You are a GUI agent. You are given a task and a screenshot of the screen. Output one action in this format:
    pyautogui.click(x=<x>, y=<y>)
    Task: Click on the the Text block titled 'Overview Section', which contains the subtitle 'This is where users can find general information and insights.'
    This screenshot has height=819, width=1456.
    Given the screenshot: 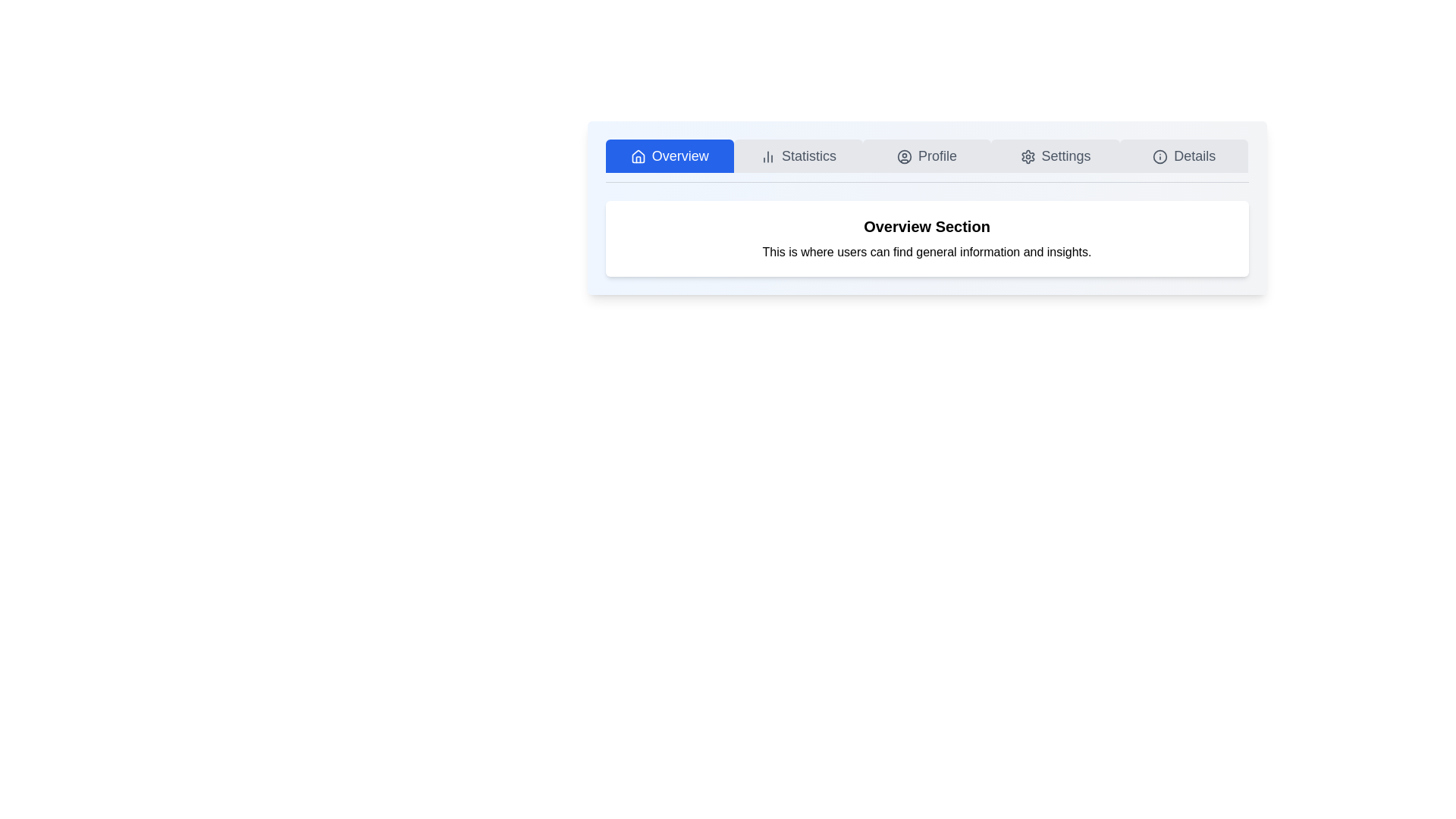 What is the action you would take?
    pyautogui.click(x=926, y=239)
    